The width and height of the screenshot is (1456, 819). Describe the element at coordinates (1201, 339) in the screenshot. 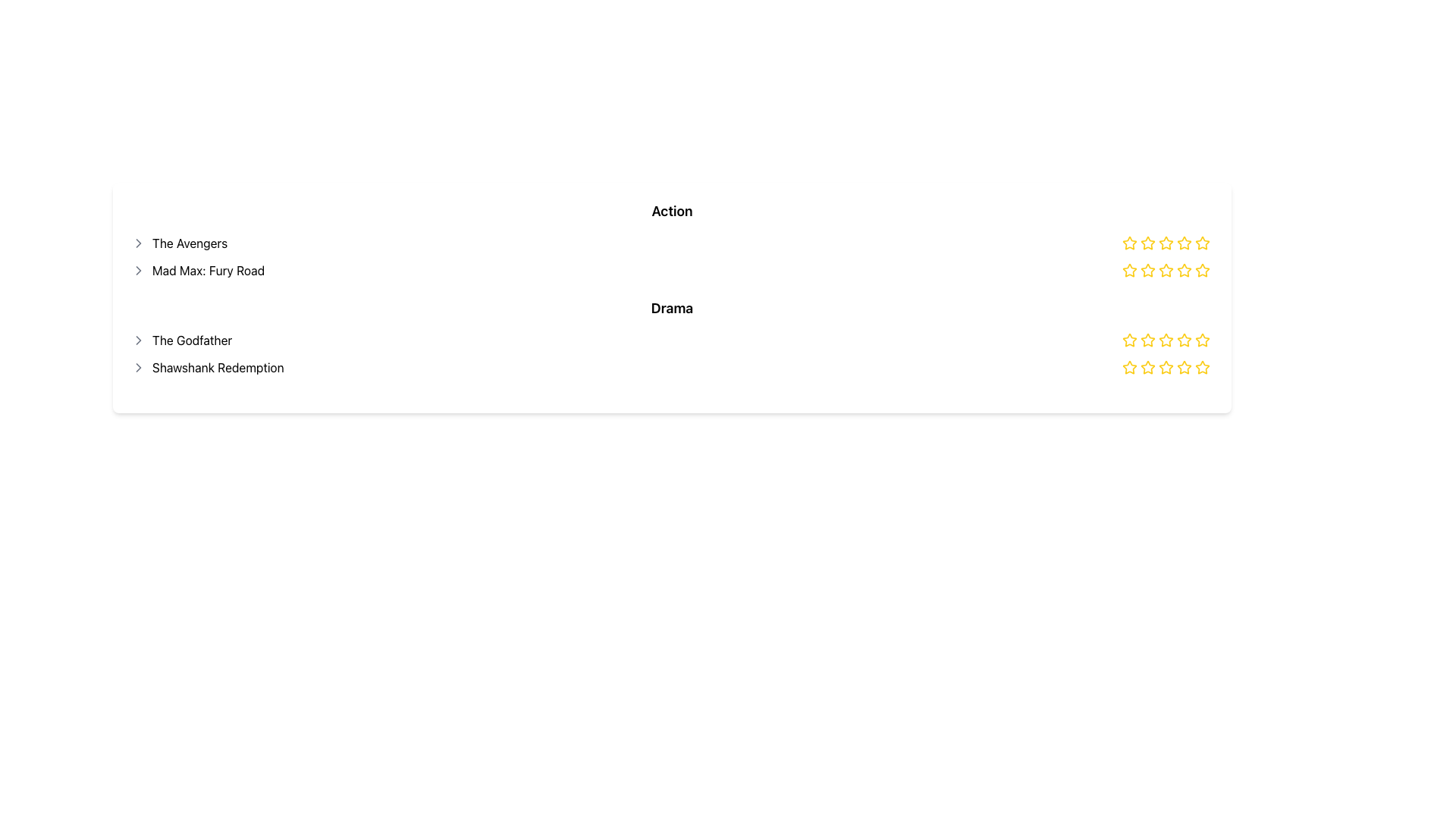

I see `the rightmost star icon in the rating scale for 'Shawshank Redemption' to set a rating level` at that location.